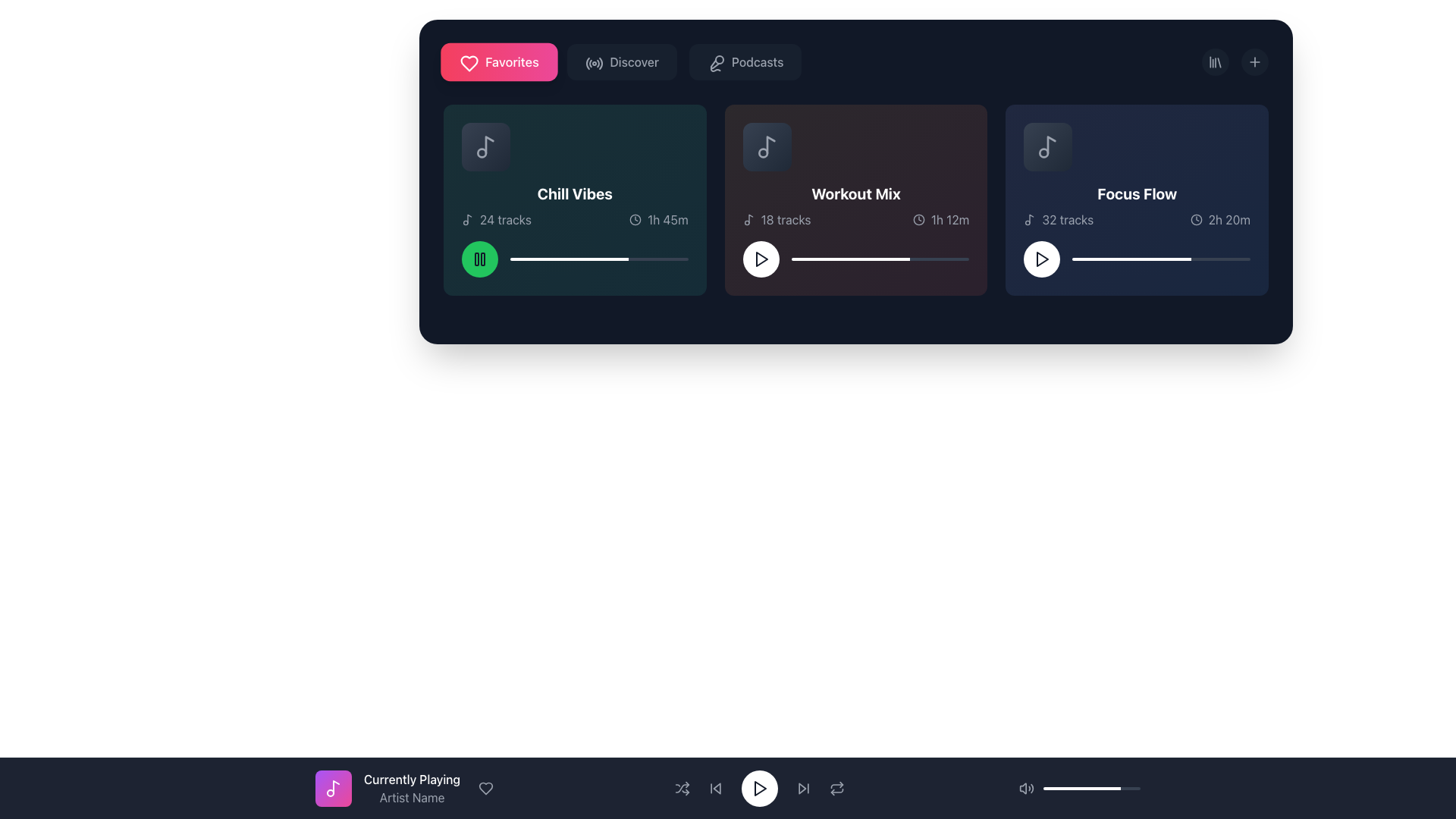 This screenshot has height=819, width=1456. I want to click on the inner segment of the progress bar that indicates audio playback progress, located near the bottom of the interface, so click(1081, 788).